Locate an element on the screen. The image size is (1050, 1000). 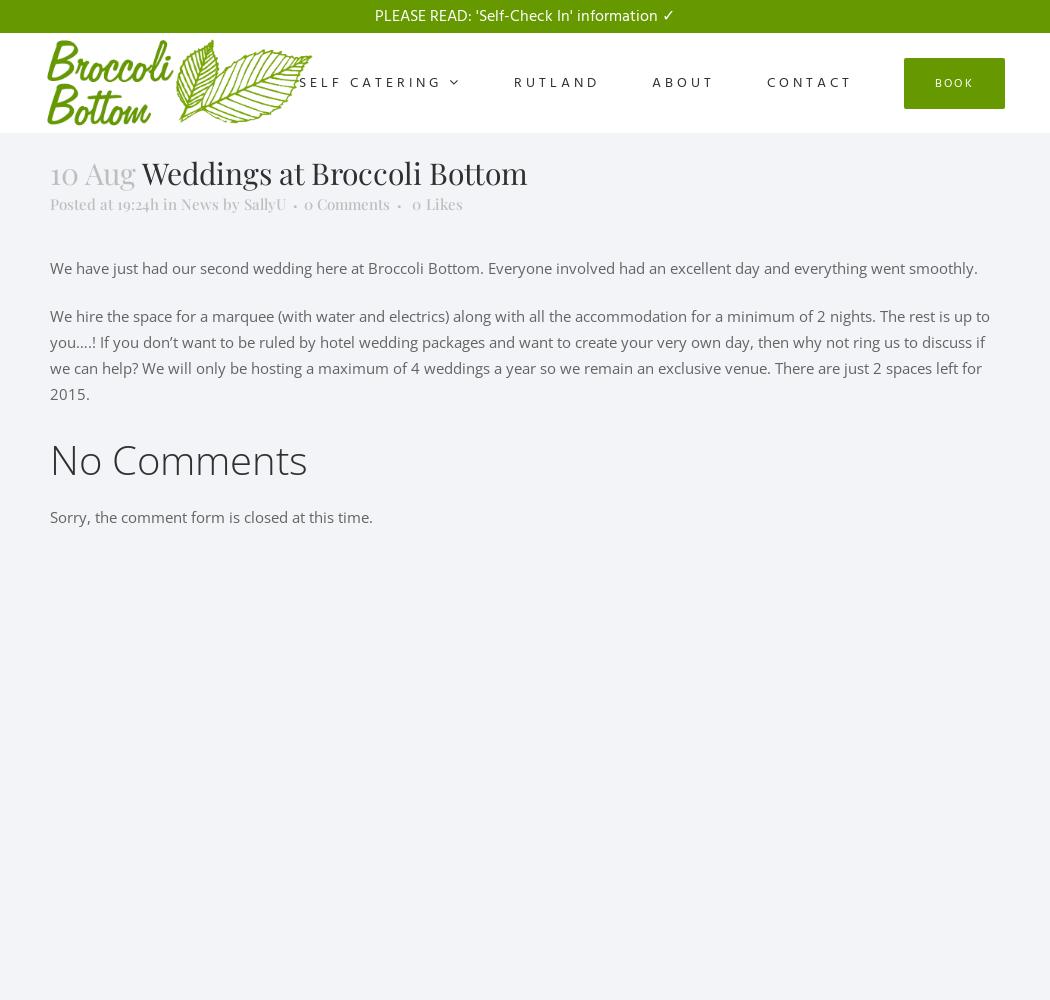
'Book' is located at coordinates (953, 81).